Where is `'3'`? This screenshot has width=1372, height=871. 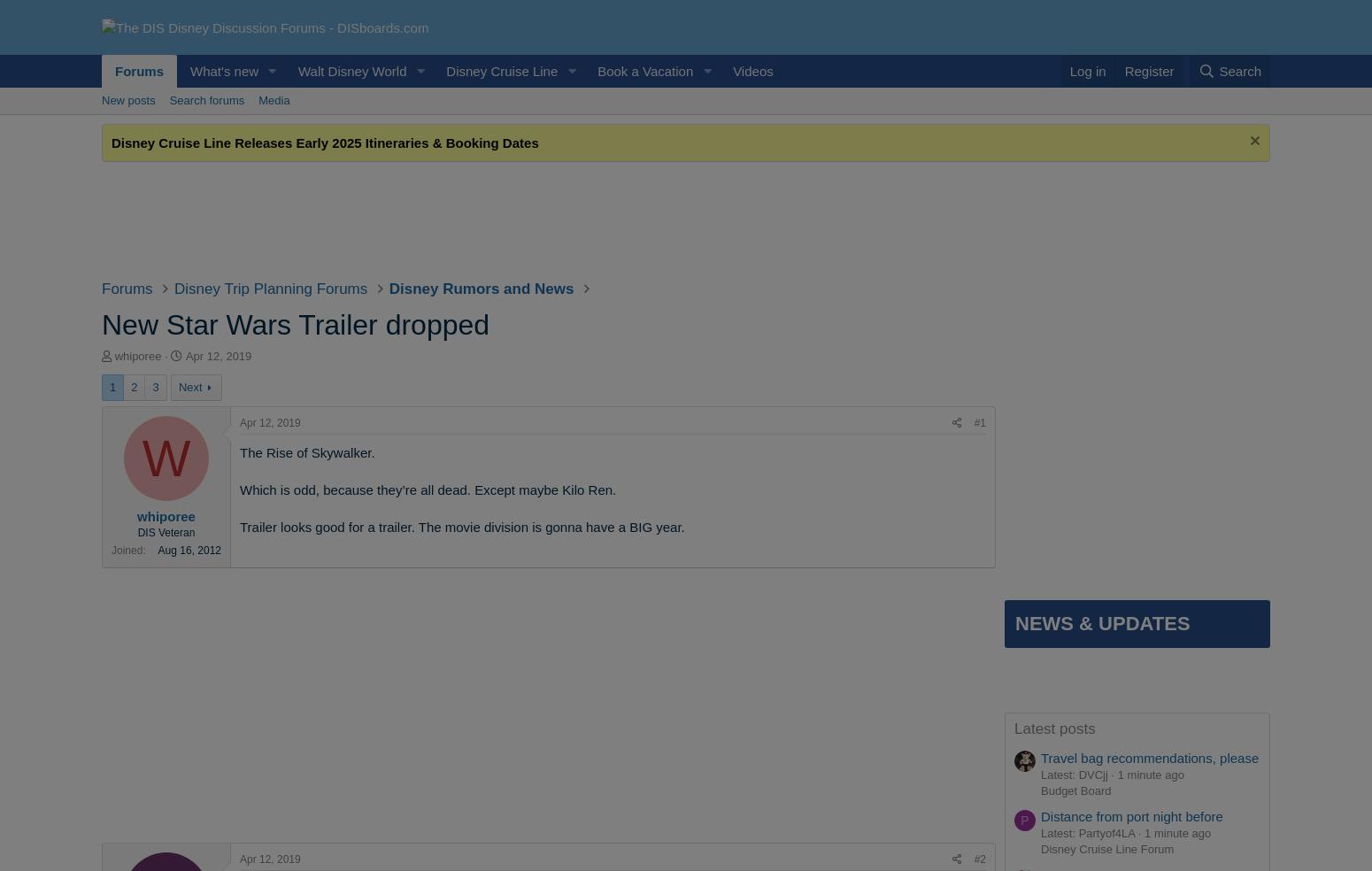 '3' is located at coordinates (154, 386).